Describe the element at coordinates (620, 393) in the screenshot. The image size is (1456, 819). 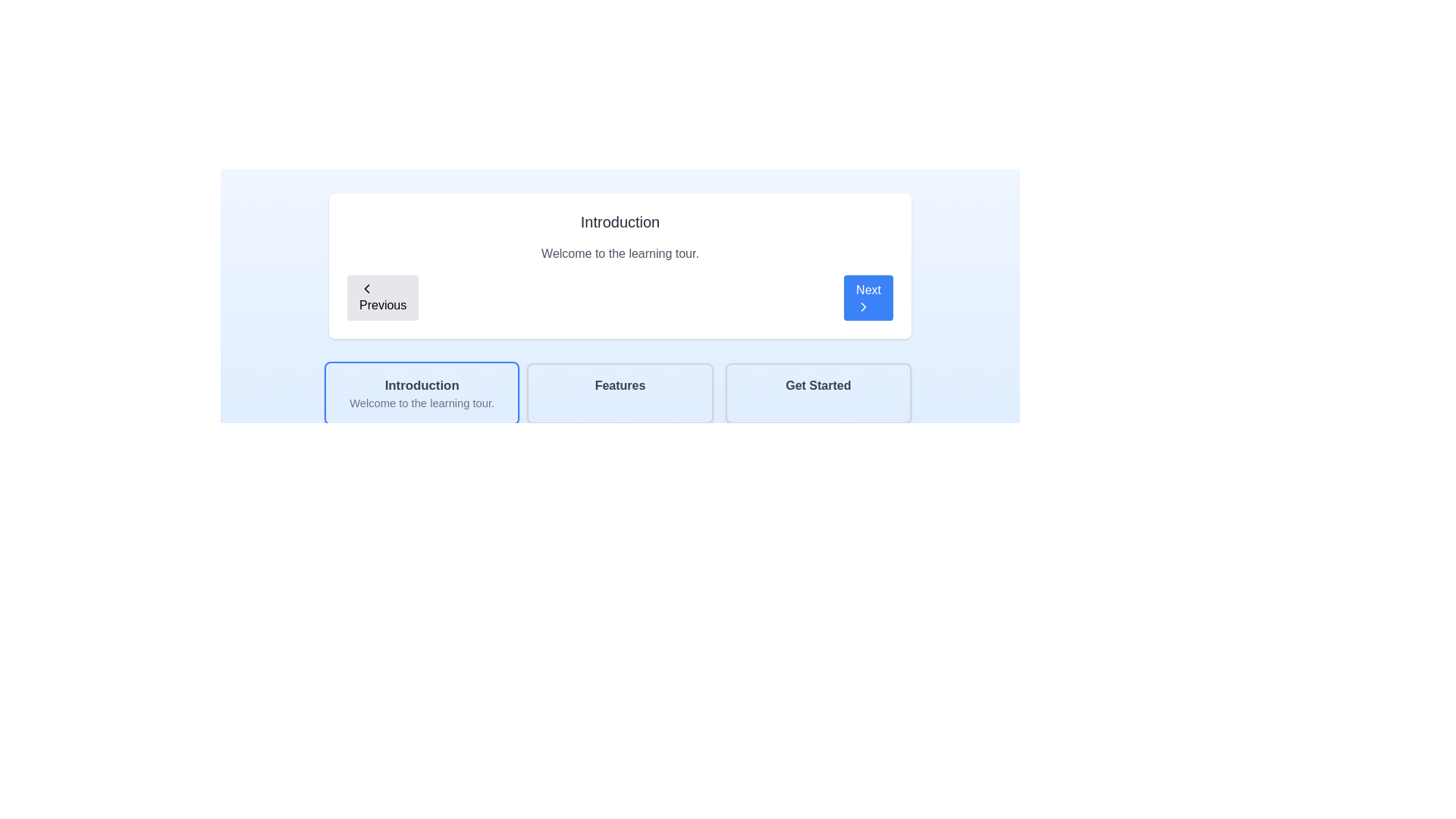
I see `the 'Features' button, which is a rectangular button with rounded corners, located between the 'Introduction' and 'Get Started' buttons` at that location.